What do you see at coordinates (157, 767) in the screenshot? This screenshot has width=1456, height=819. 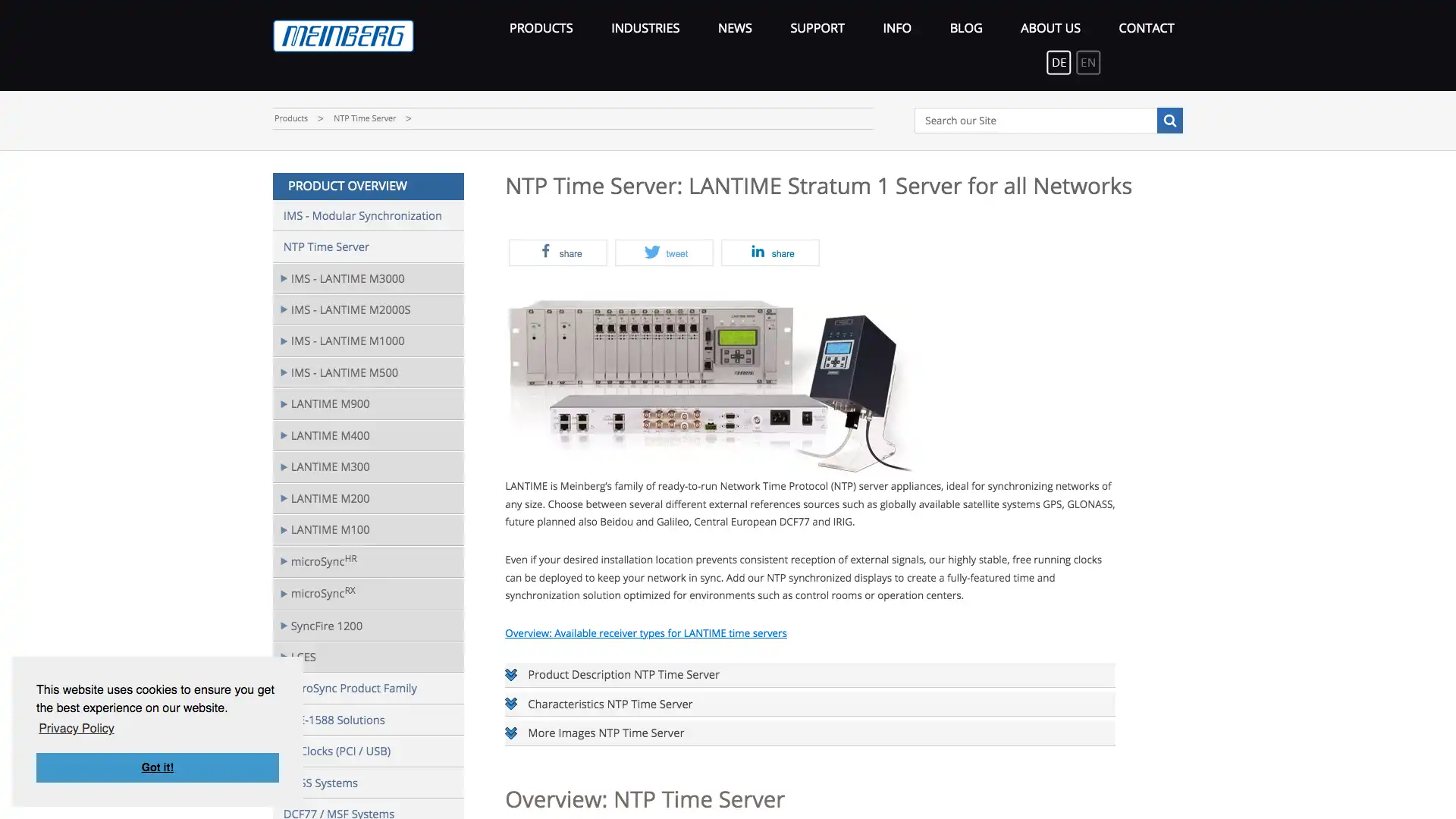 I see `dismiss cookie message` at bounding box center [157, 767].